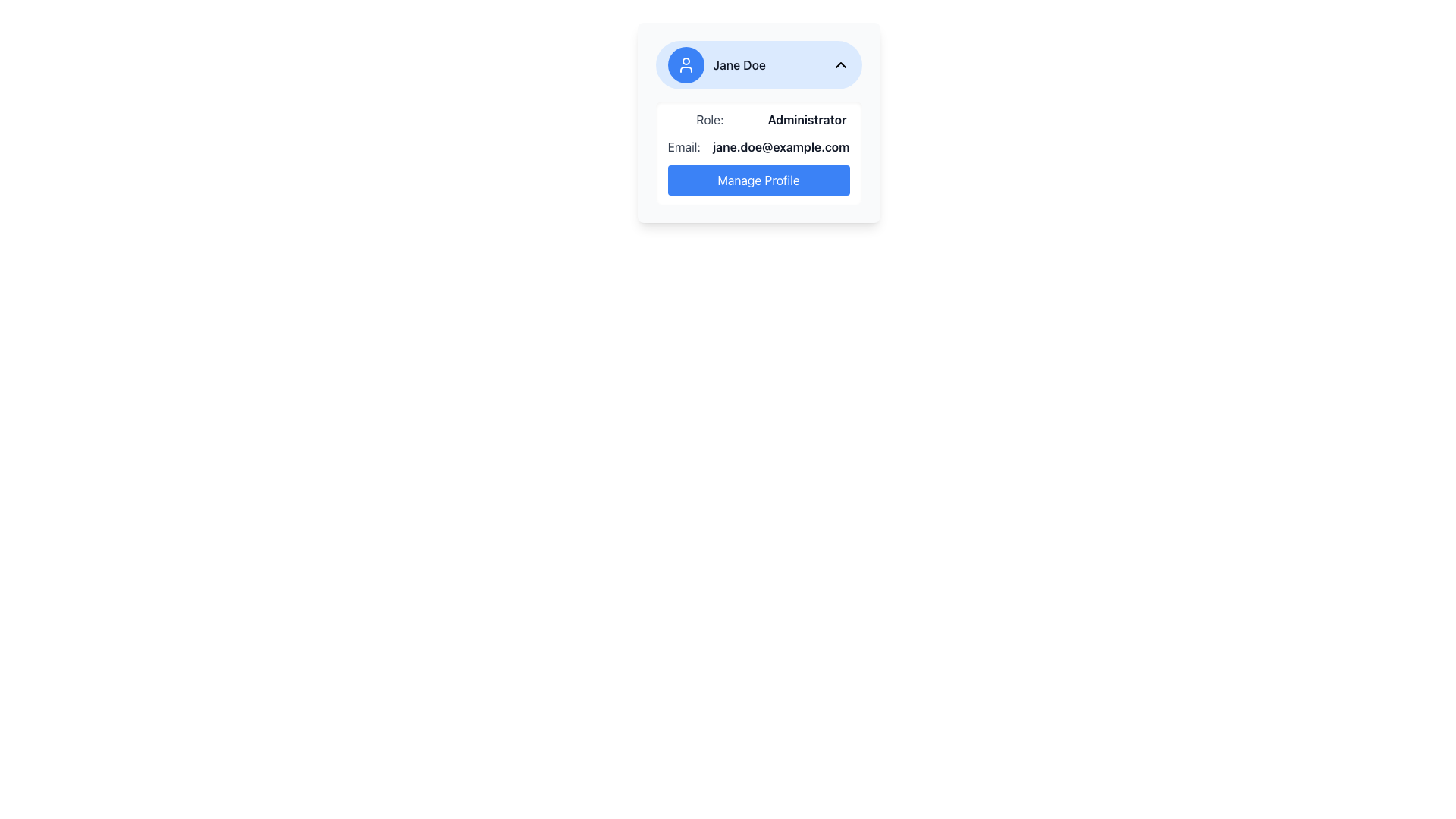 The width and height of the screenshot is (1456, 819). Describe the element at coordinates (709, 119) in the screenshot. I see `the label indicating the user's role, which is located to the left of the text 'Administrator' in the user details section` at that location.